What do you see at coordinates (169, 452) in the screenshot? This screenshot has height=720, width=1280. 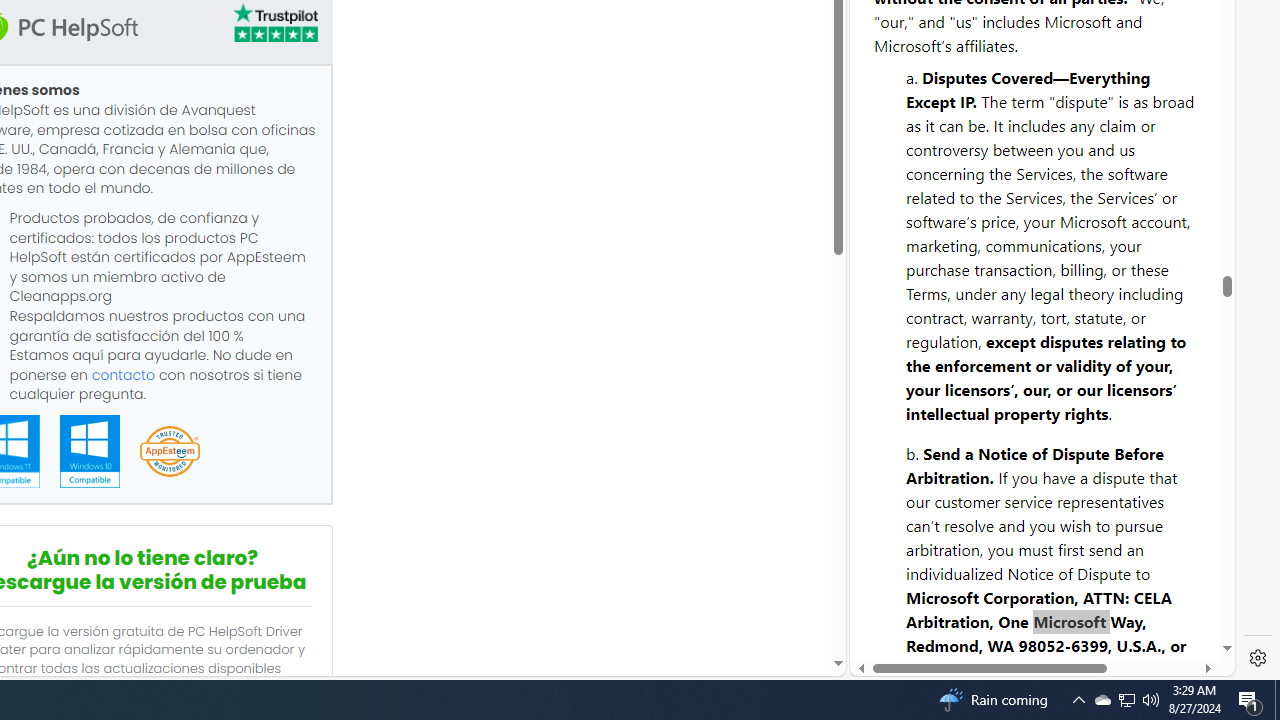 I see `'App Esteem'` at bounding box center [169, 452].